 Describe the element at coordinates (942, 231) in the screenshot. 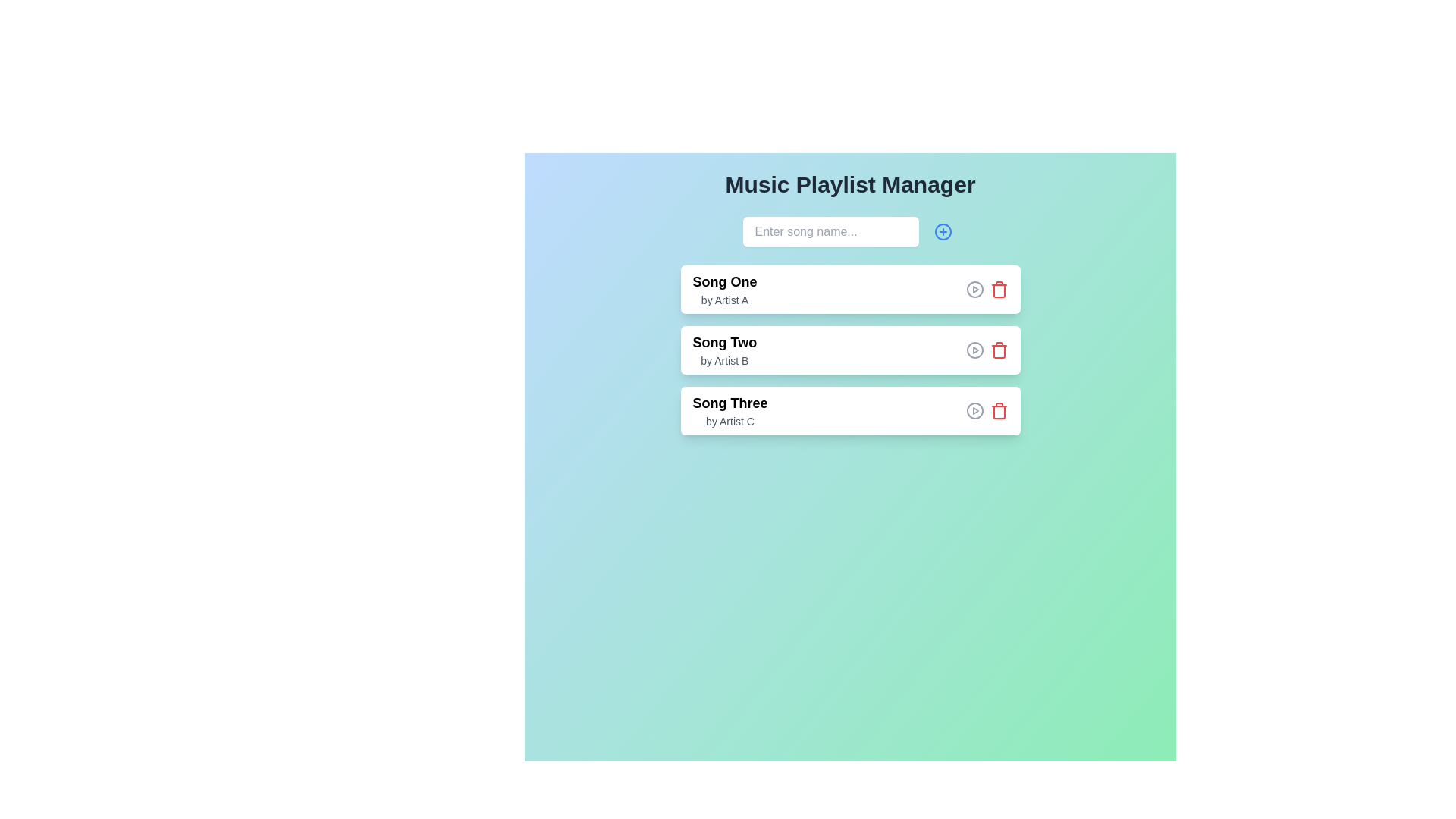

I see `the 'Add New Item' button located to the right of the 'Enter song name...' text input field` at that location.